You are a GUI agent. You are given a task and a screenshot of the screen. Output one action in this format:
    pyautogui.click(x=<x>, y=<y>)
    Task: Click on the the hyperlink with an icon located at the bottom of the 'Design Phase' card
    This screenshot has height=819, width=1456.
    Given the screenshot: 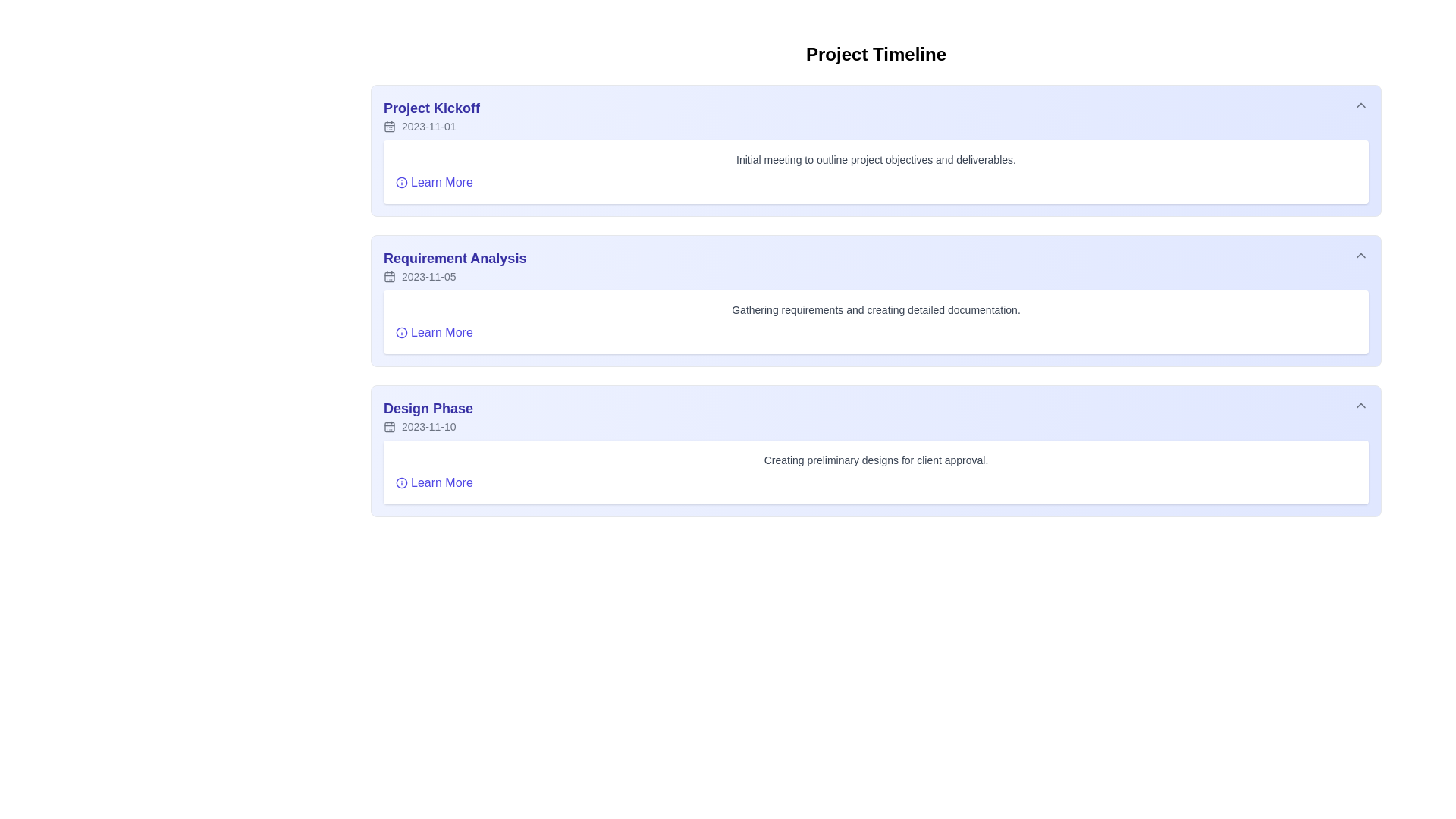 What is the action you would take?
    pyautogui.click(x=433, y=482)
    